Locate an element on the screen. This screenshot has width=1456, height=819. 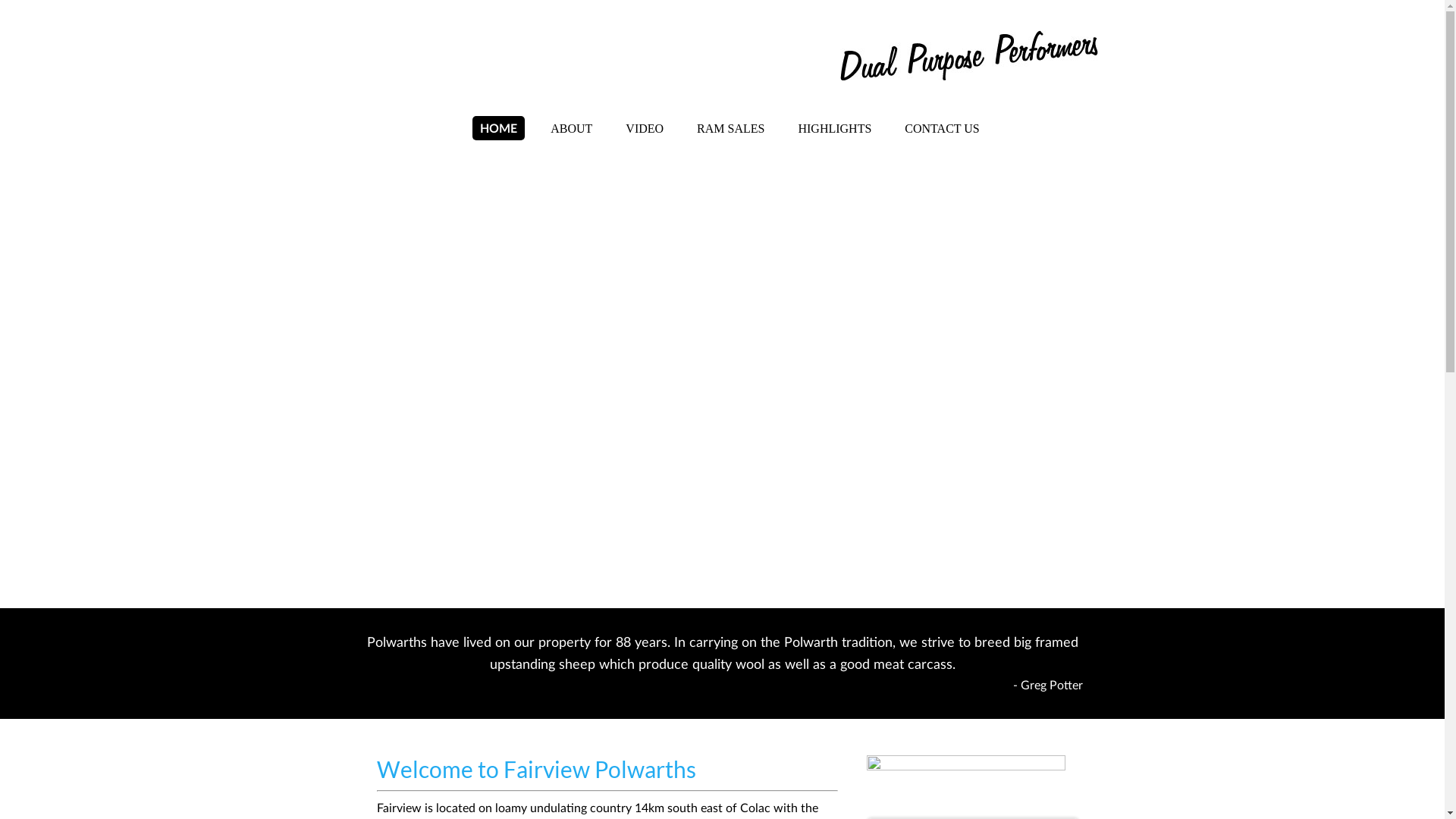
'RAM SALES' is located at coordinates (730, 127).